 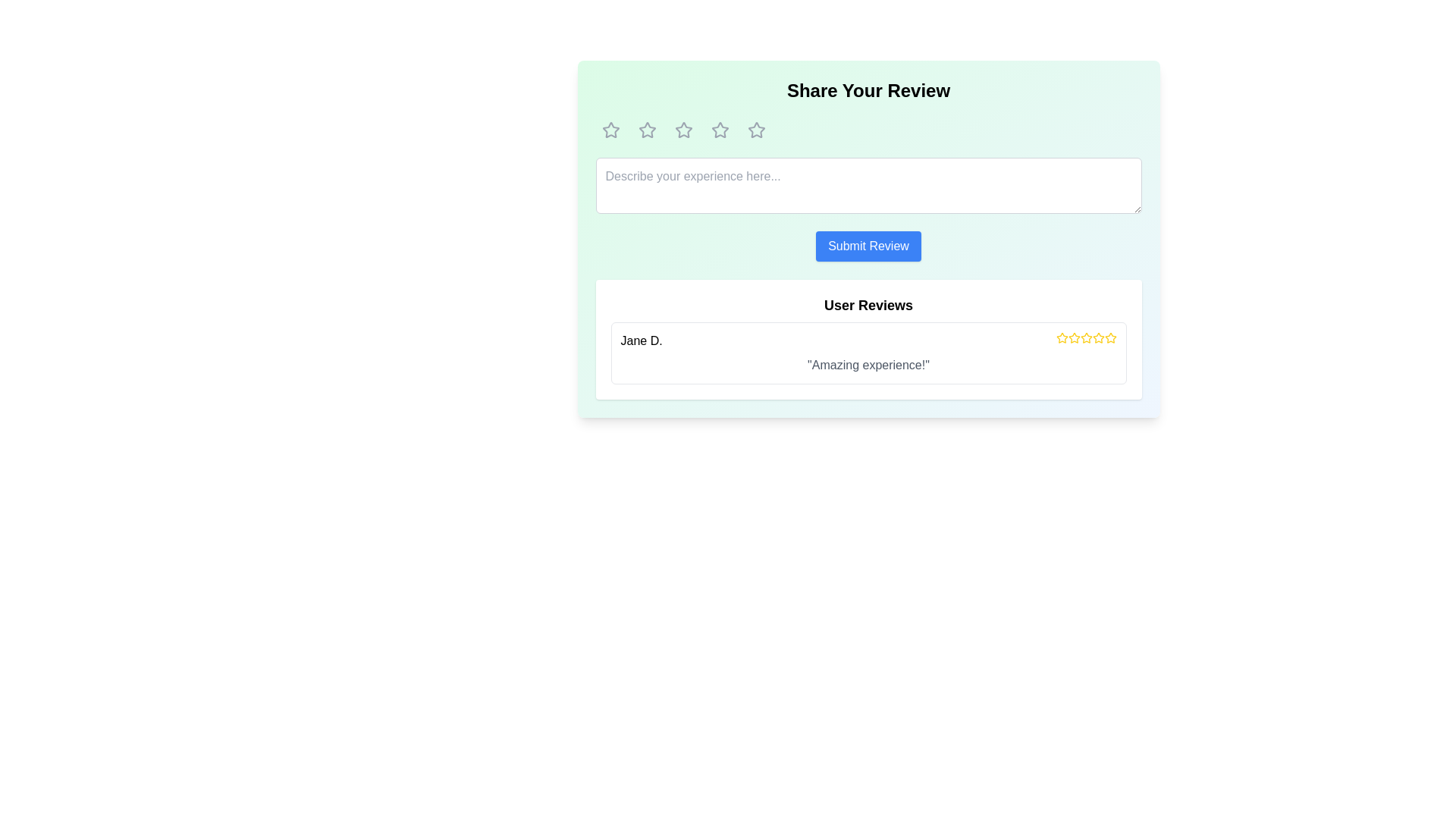 What do you see at coordinates (756, 130) in the screenshot?
I see `the 5th star icon in the horizontal series of rating stars` at bounding box center [756, 130].